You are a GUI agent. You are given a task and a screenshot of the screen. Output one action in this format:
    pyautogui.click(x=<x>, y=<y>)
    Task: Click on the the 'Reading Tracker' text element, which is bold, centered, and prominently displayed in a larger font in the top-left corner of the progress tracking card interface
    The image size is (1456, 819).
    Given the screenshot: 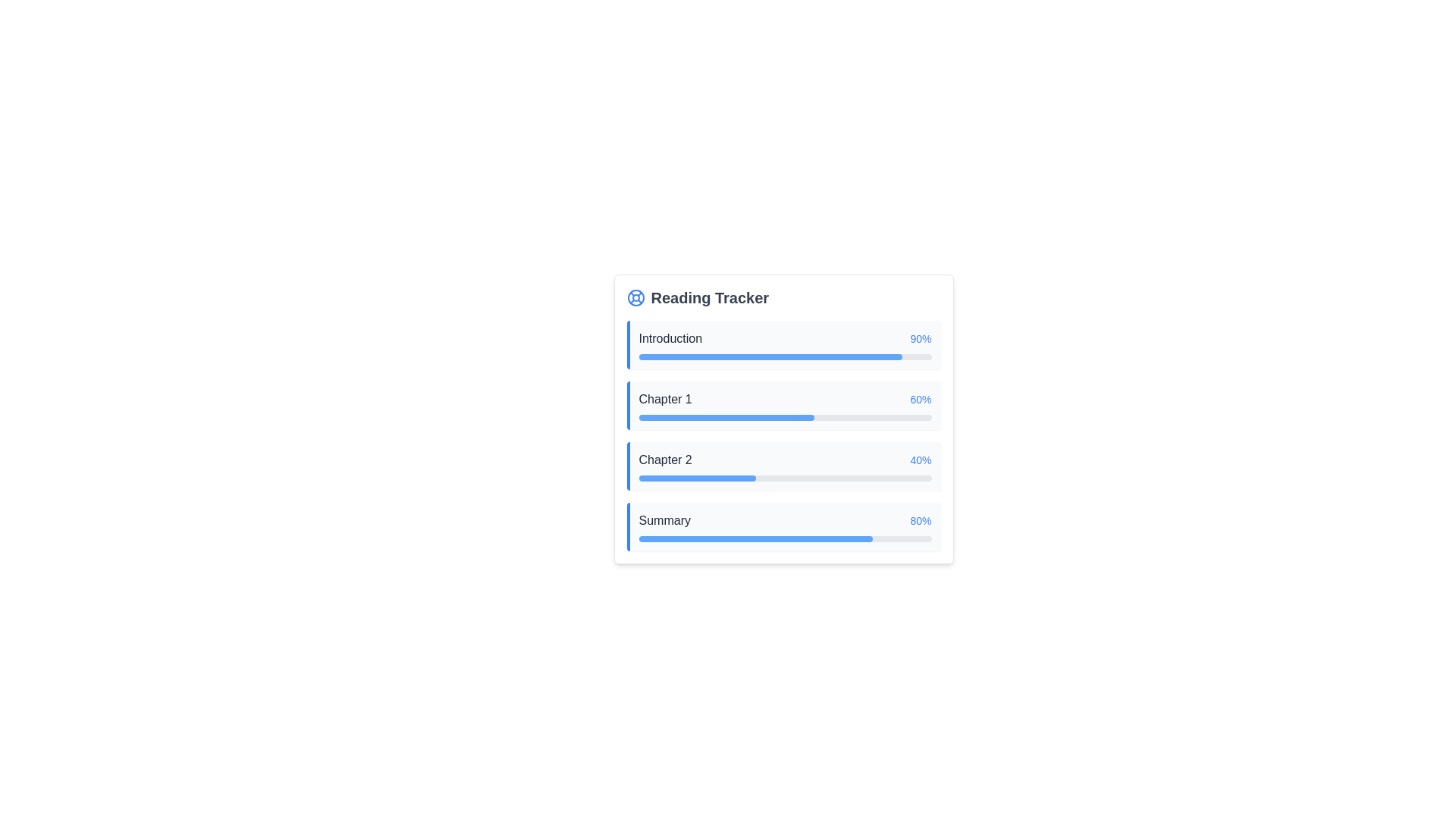 What is the action you would take?
    pyautogui.click(x=709, y=298)
    